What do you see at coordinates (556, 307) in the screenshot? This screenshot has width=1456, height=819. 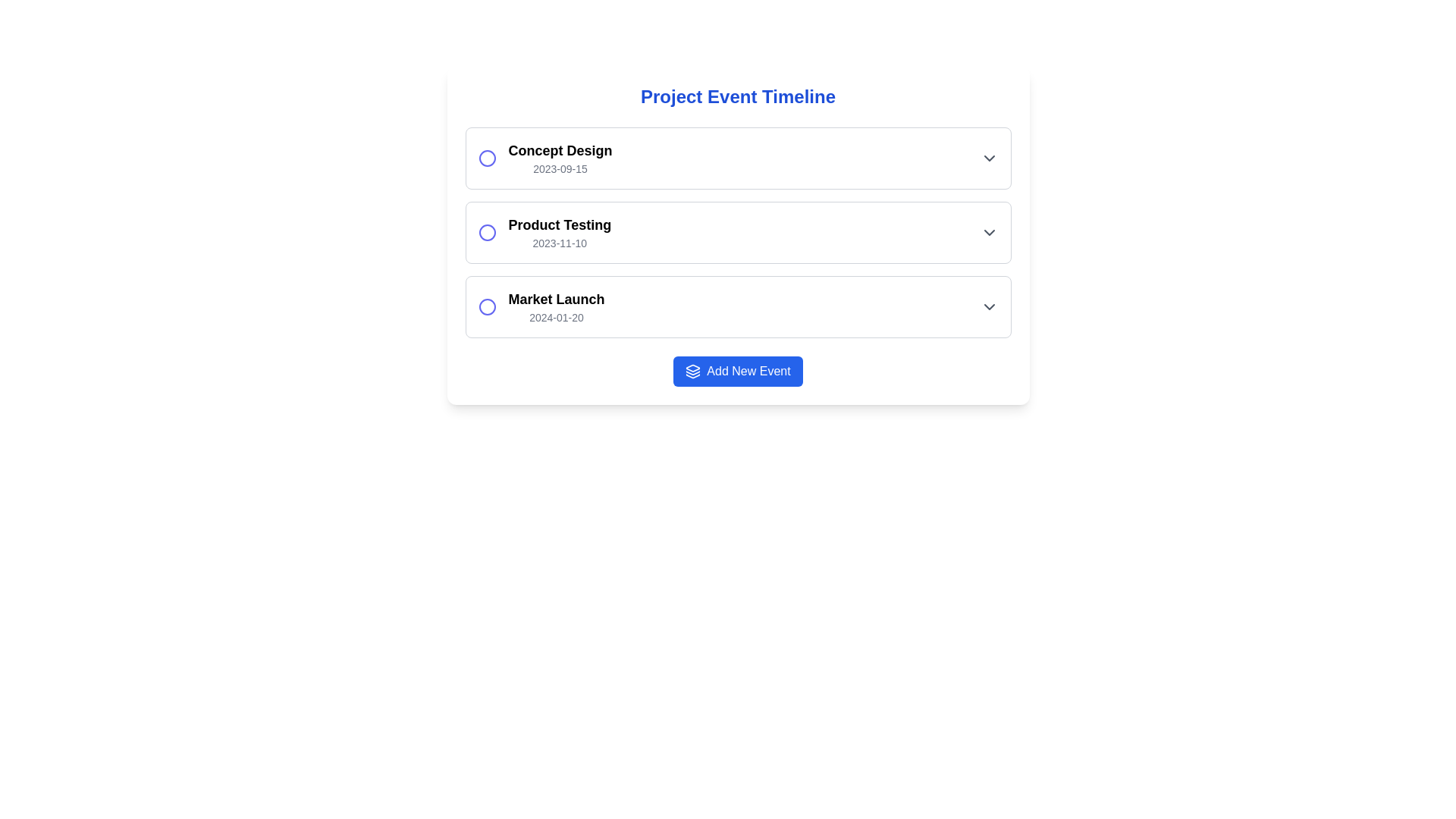 I see `text label displaying 'Market Launch' and '2024-01-20', which is the third entry in a vertical list, for information` at bounding box center [556, 307].